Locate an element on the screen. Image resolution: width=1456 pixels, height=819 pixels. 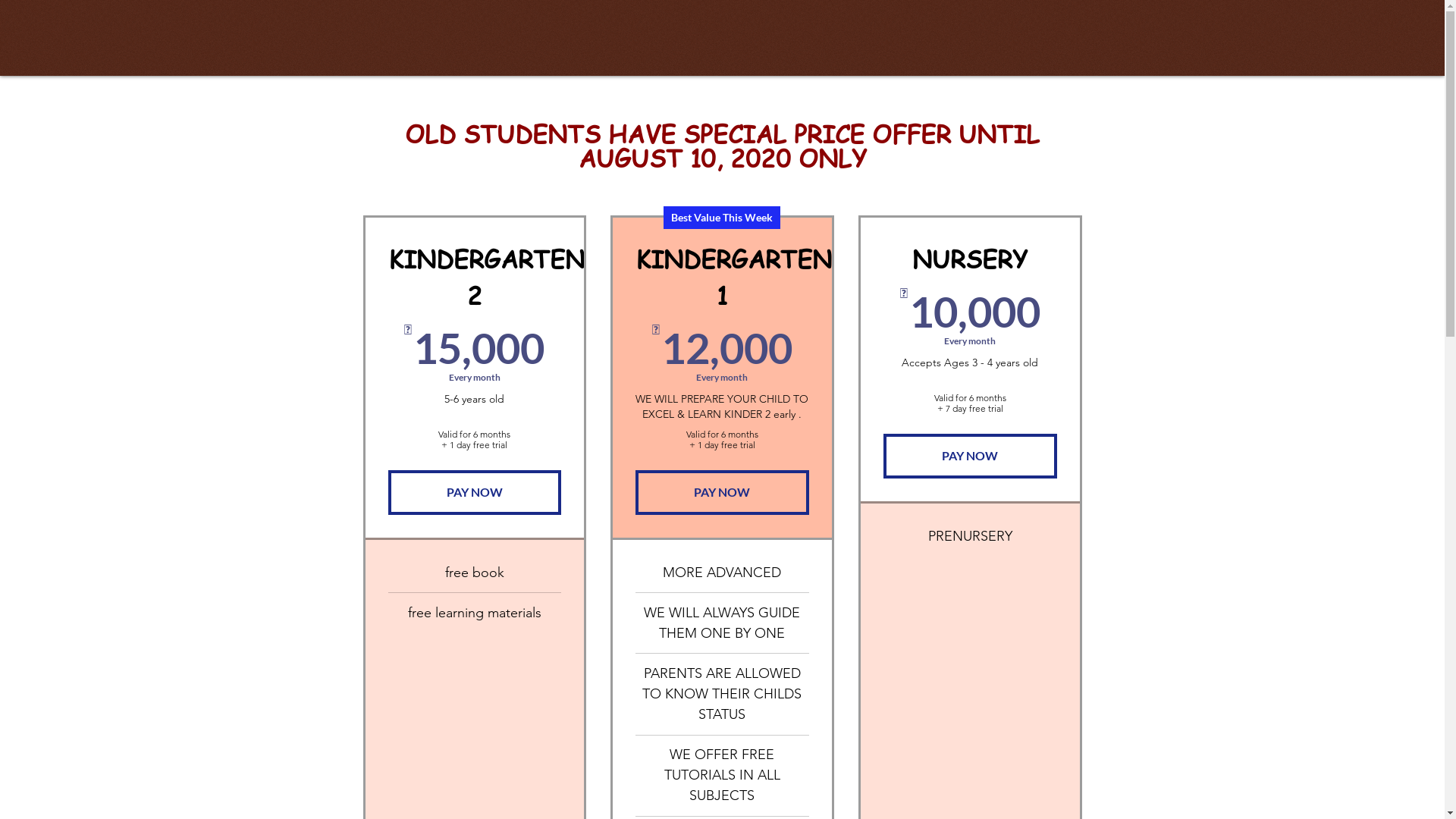
'PAY NOW' is located at coordinates (474, 491).